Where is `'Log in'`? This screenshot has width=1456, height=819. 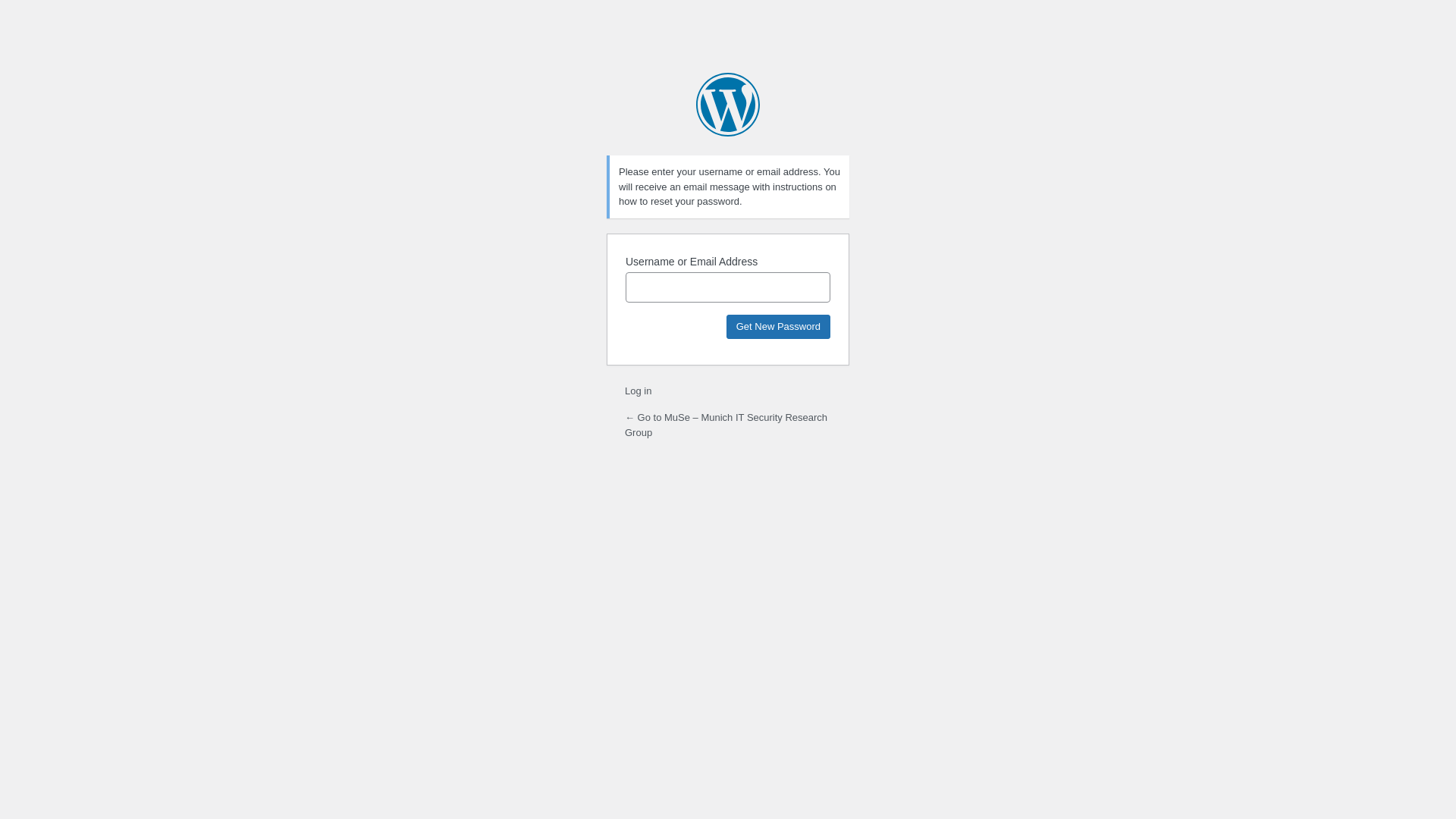
'Log in' is located at coordinates (625, 390).